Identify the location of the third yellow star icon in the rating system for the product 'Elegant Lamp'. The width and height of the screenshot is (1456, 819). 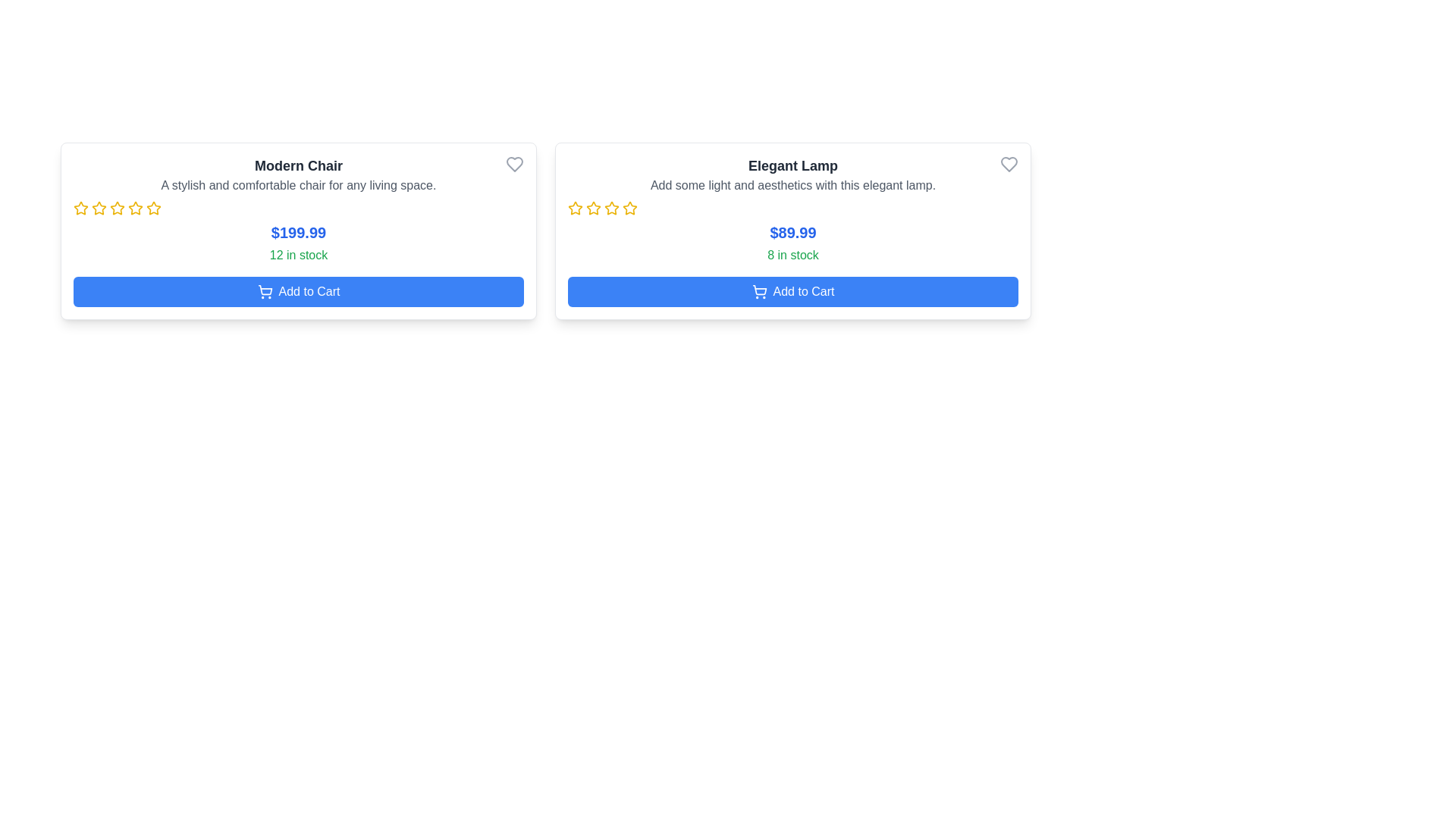
(611, 208).